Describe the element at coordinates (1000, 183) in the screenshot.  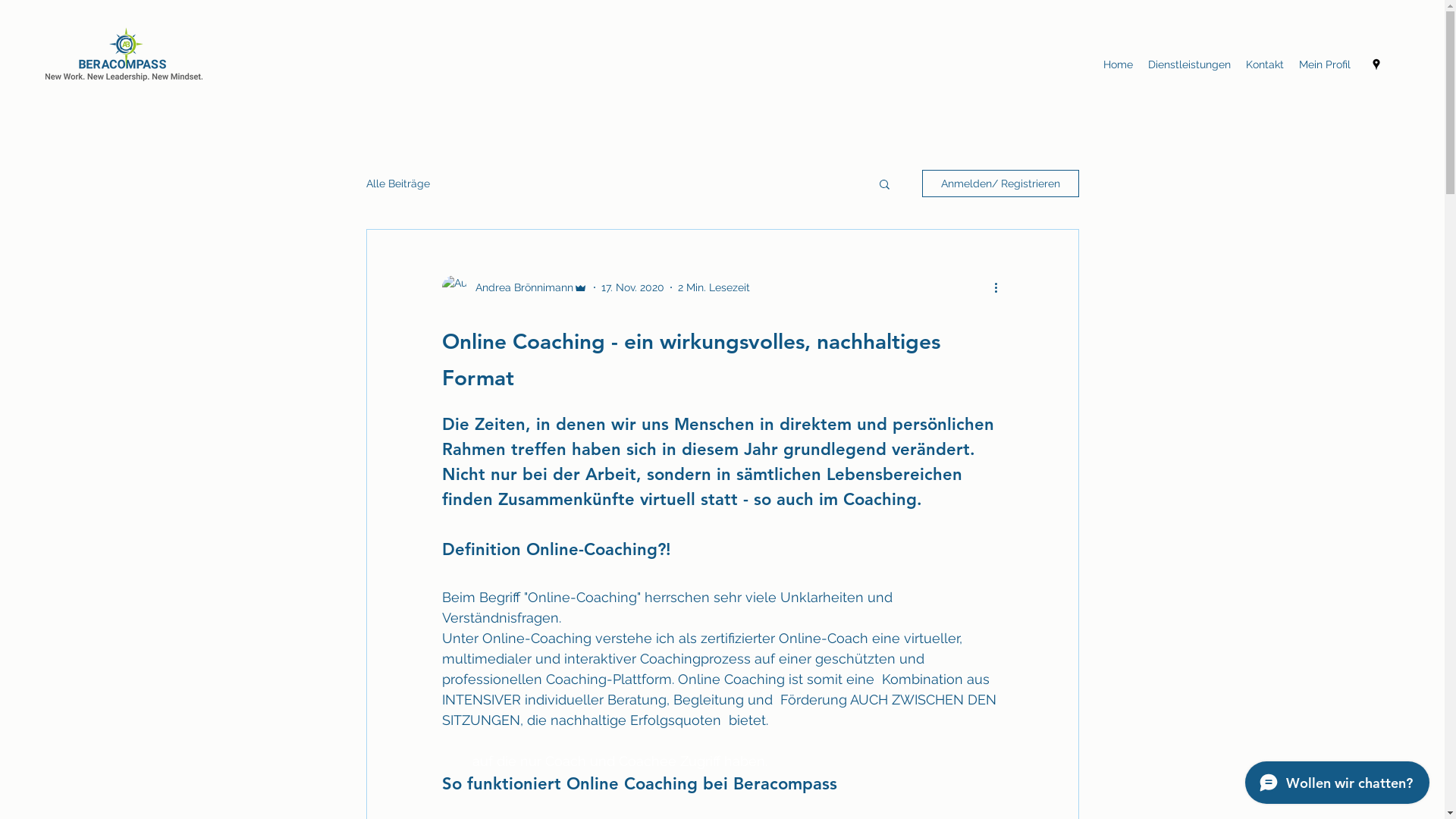
I see `'Anmelden/ Registrieren'` at that location.